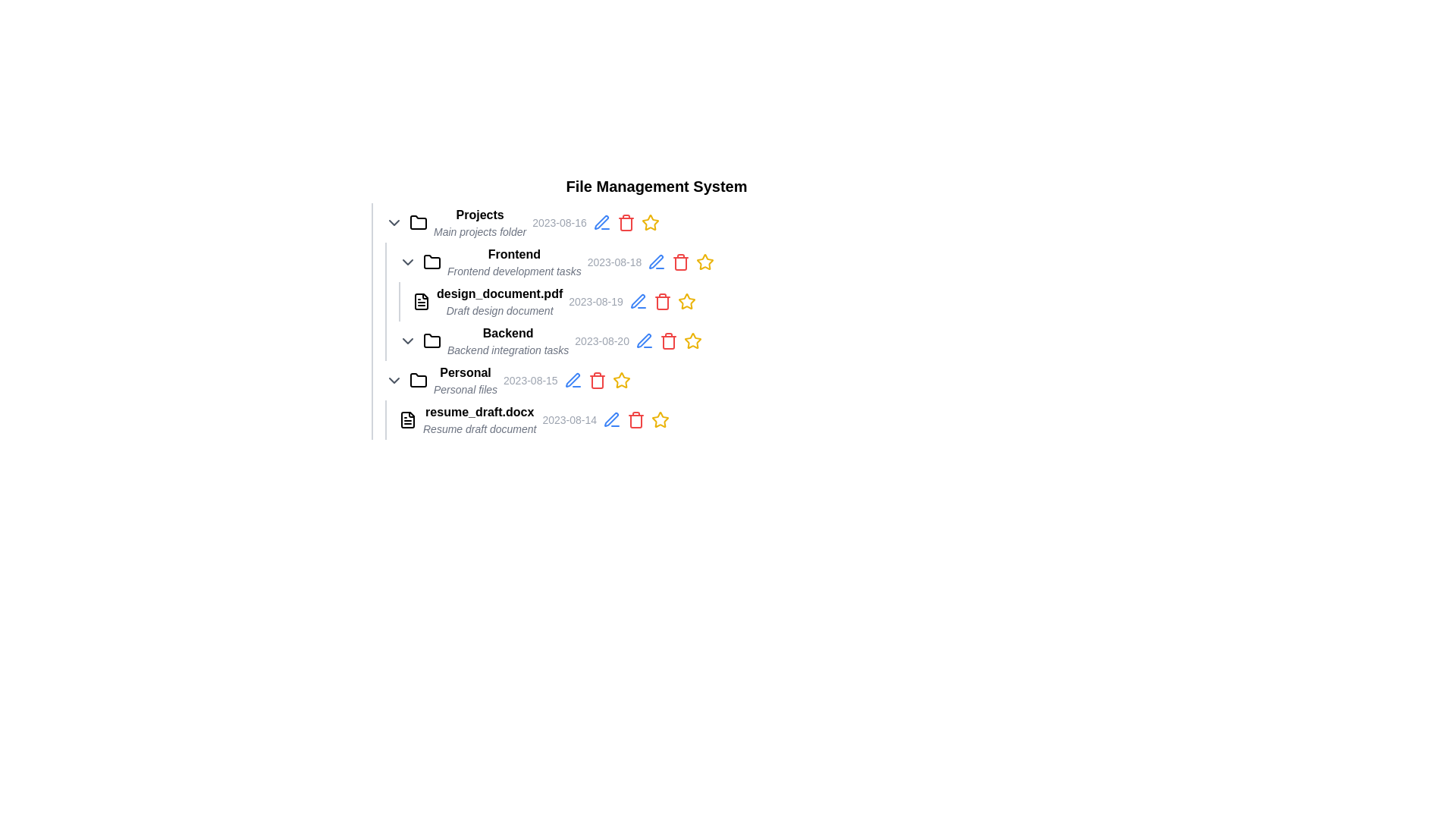  I want to click on the folder icon representing the 'Projects' directory, which is positioned next to the 'Projects' text in the file management interface, so click(419, 222).